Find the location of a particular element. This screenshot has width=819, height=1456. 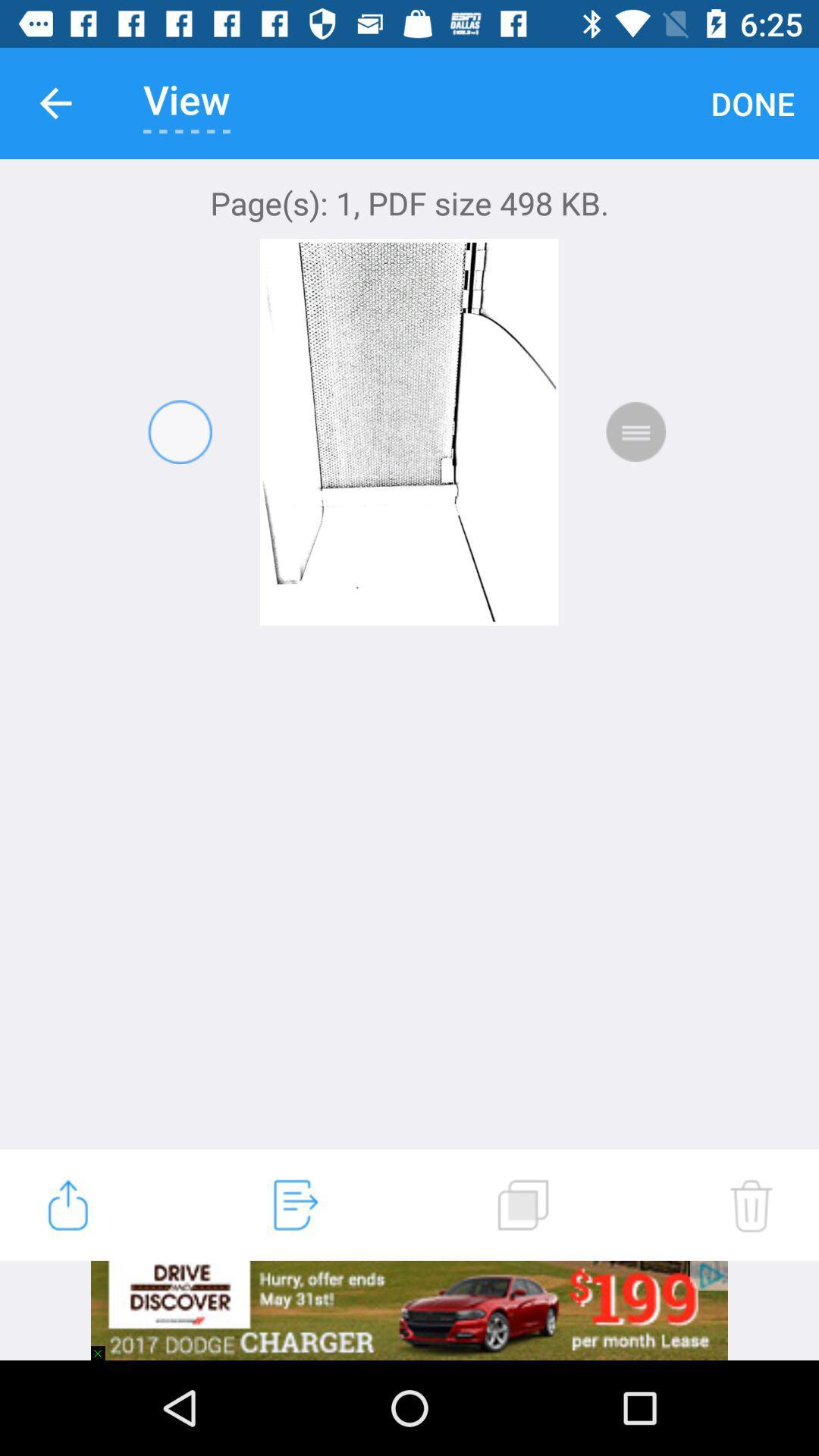

the icon above page s 1 is located at coordinates (55, 102).